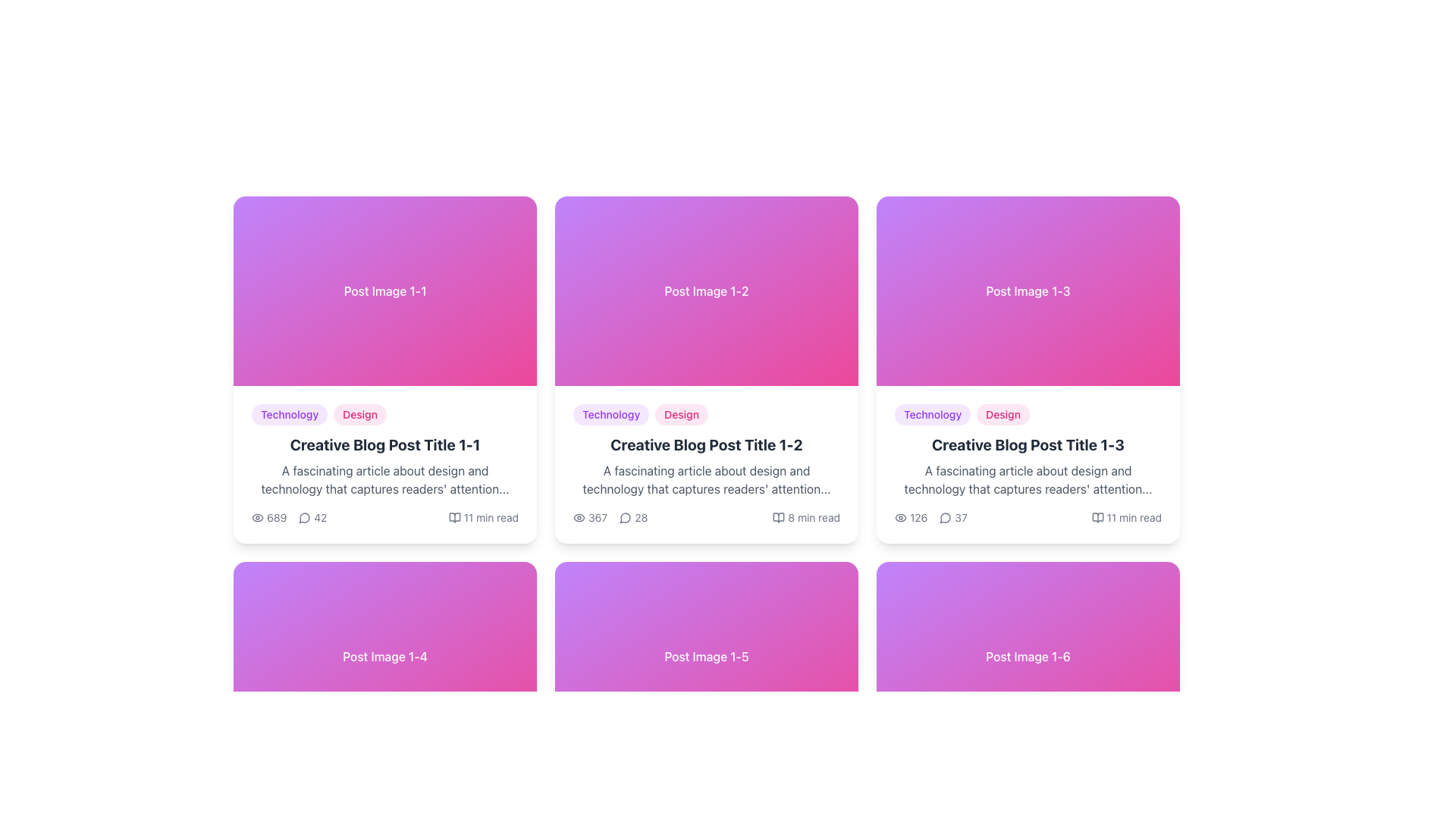  What do you see at coordinates (611, 415) in the screenshot?
I see `the button-shaped label with the text 'Technology', which is styled with rounded edges and is the first label in its group, positioned in the top metadata section of the card for 'Creative Blog Post Title 1-2'` at bounding box center [611, 415].